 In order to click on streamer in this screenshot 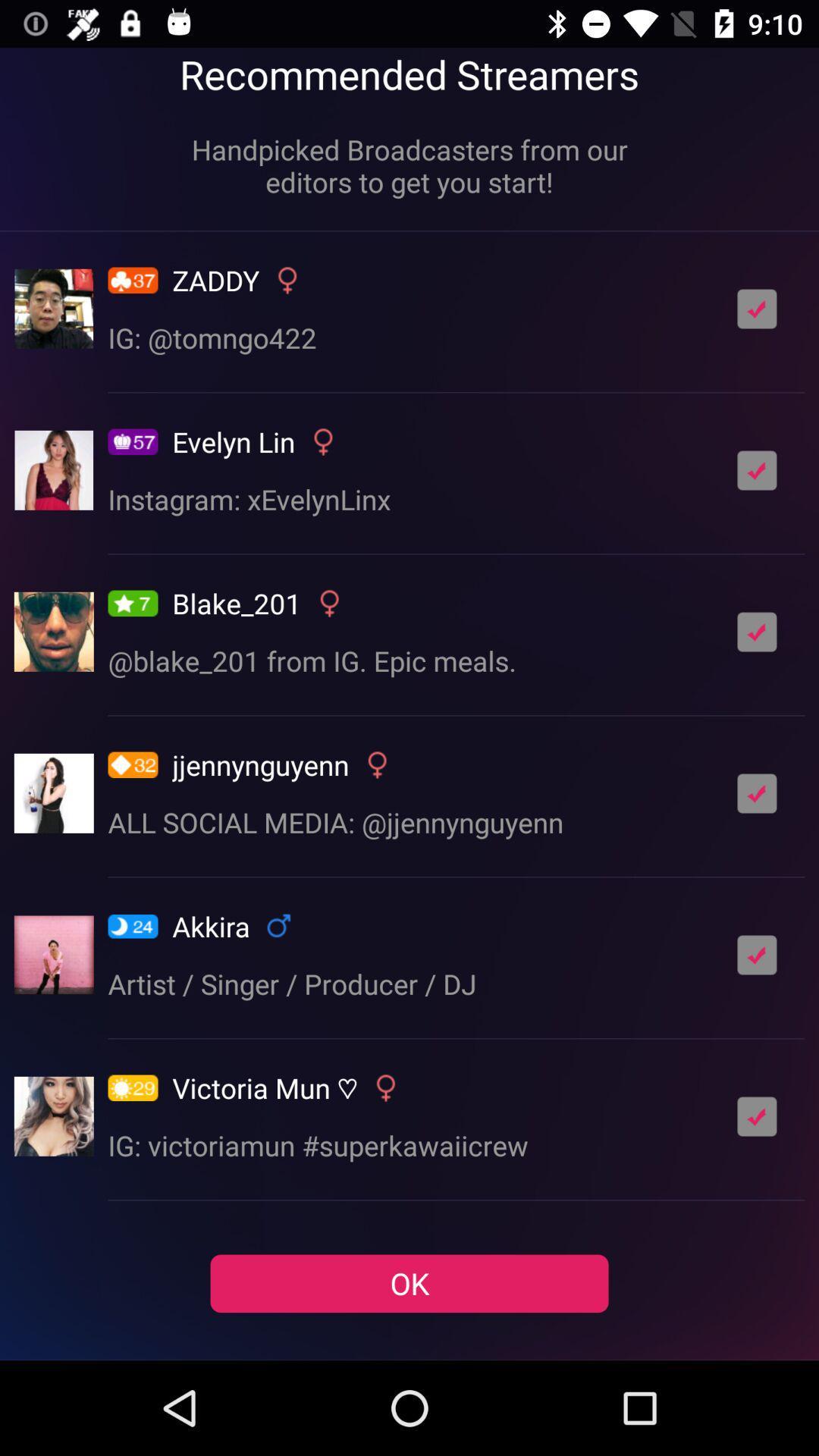, I will do `click(757, 792)`.